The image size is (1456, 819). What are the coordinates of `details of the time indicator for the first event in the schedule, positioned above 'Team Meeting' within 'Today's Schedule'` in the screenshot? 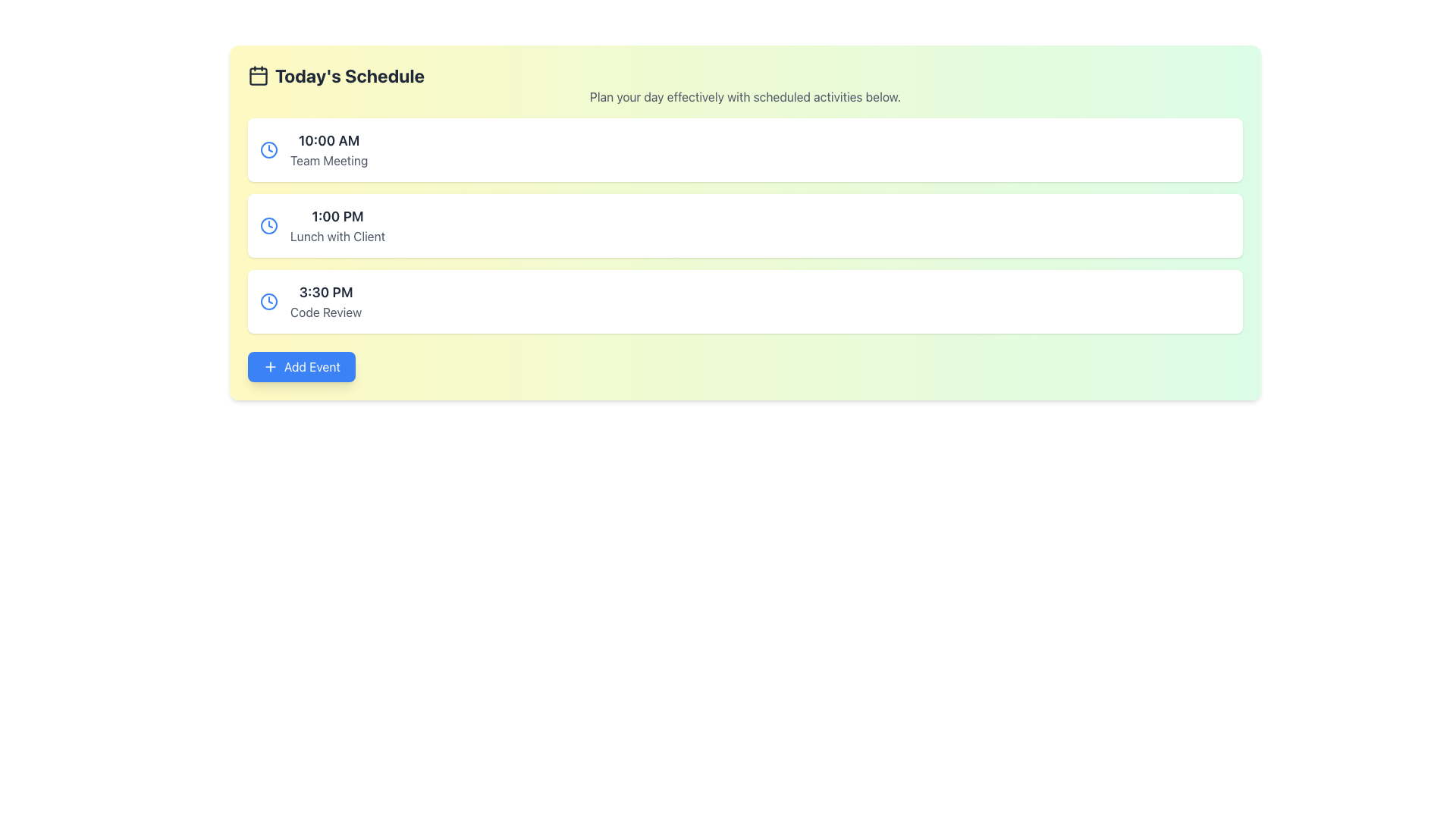 It's located at (328, 140).